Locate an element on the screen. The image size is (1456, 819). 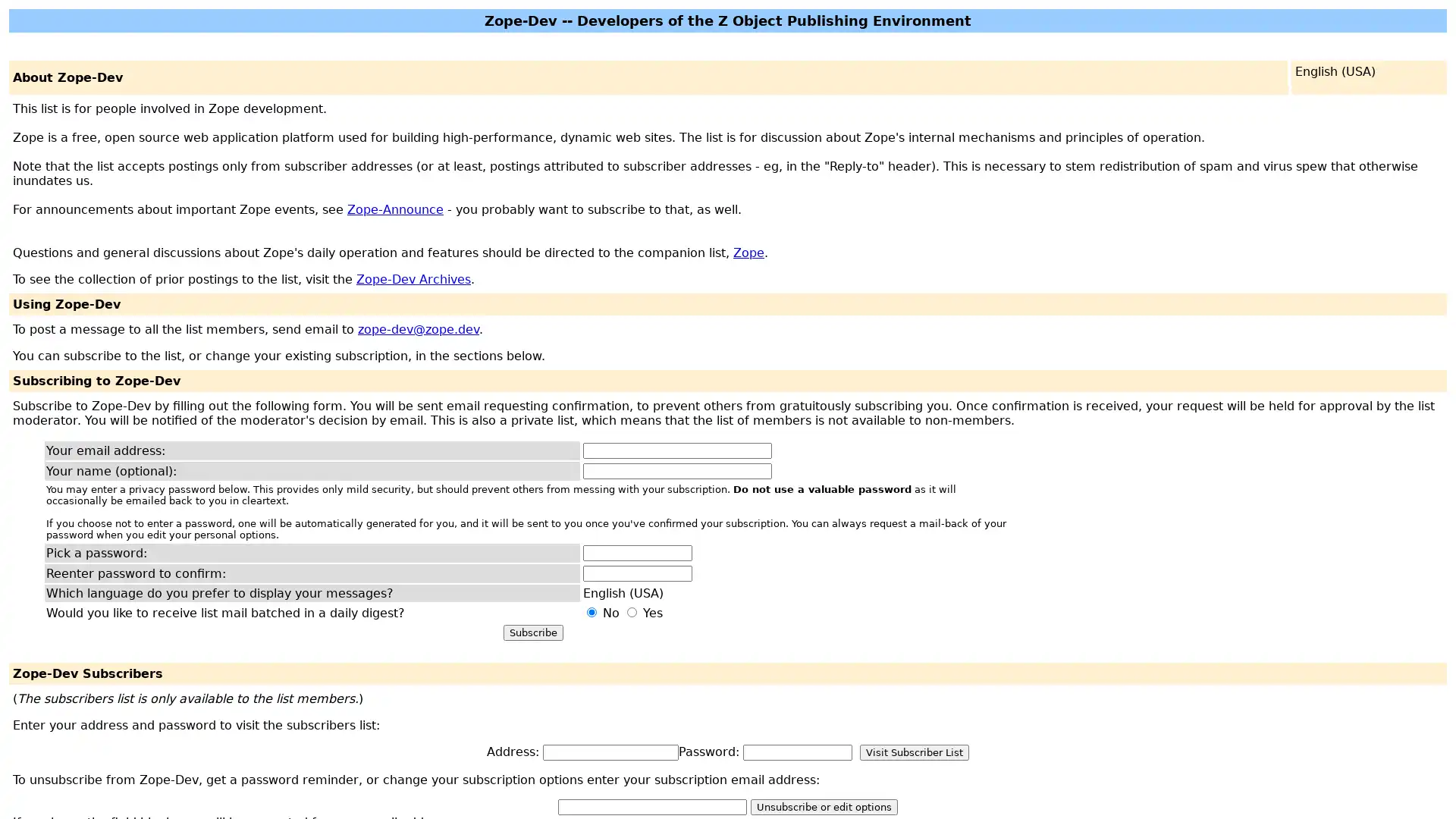
Unsubscribe or edit options is located at coordinates (823, 806).